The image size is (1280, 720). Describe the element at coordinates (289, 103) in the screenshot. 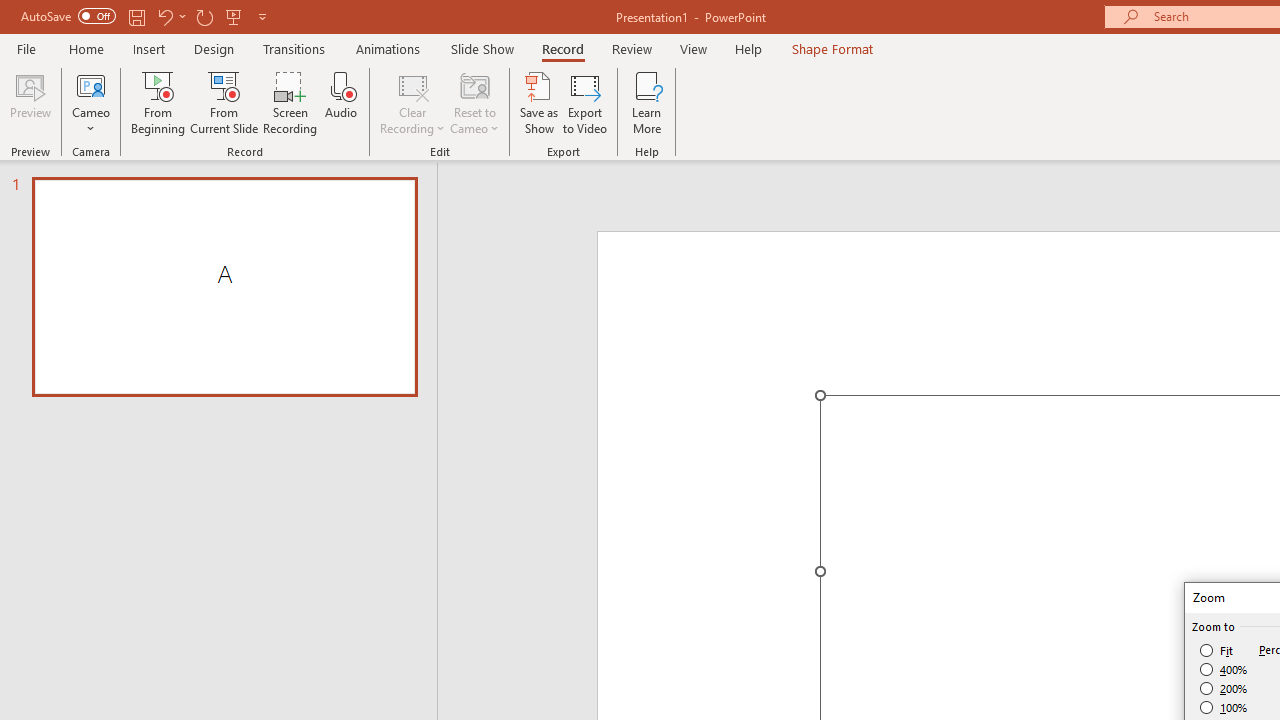

I see `'Screen Recording'` at that location.